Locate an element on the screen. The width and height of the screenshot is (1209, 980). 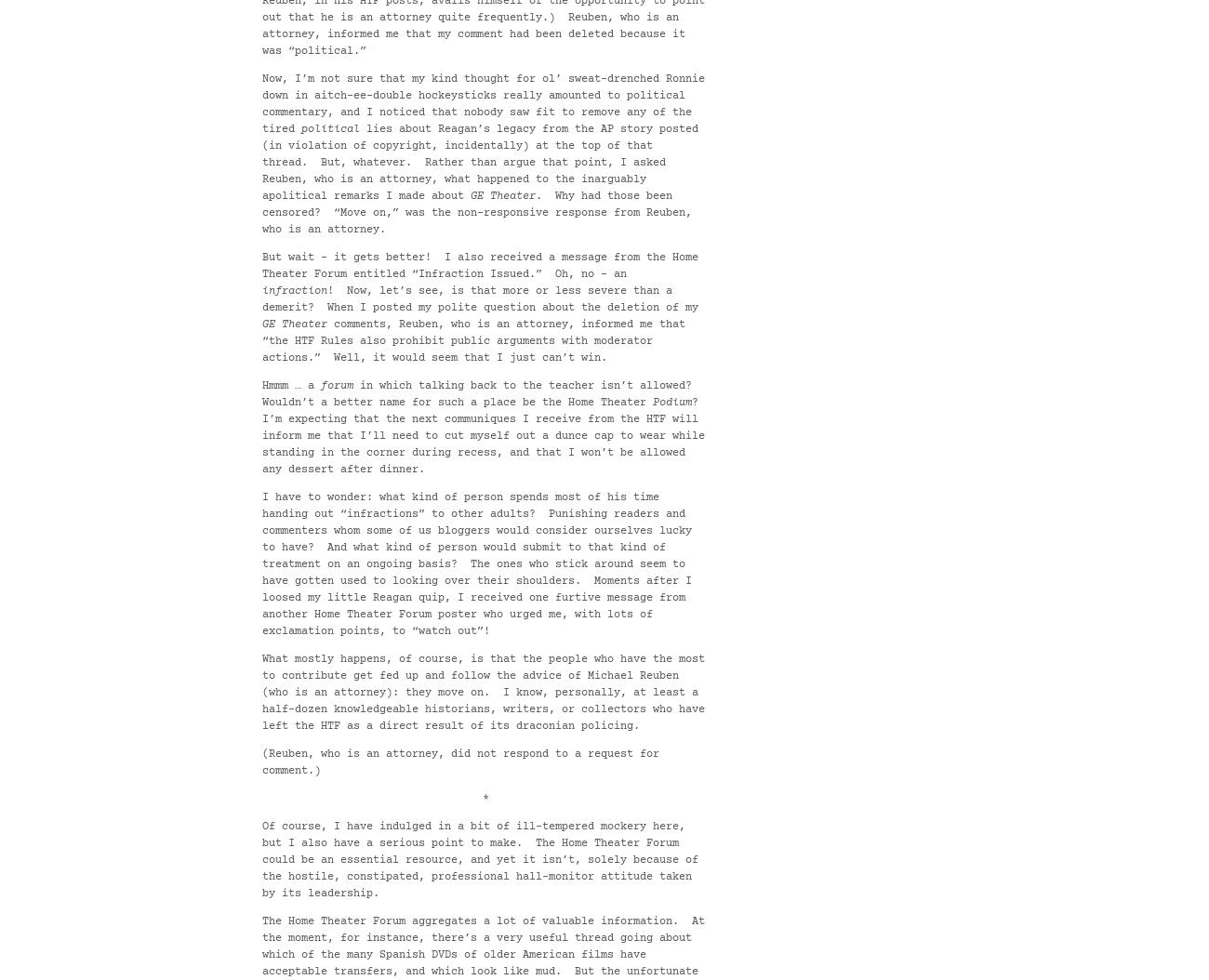
'comments, Reuben, who is an attorney, informed me that “the HTF Rules also prohibit public arguments with moderator actions.”  Well, it would seem that I just can’t win.' is located at coordinates (473, 341).